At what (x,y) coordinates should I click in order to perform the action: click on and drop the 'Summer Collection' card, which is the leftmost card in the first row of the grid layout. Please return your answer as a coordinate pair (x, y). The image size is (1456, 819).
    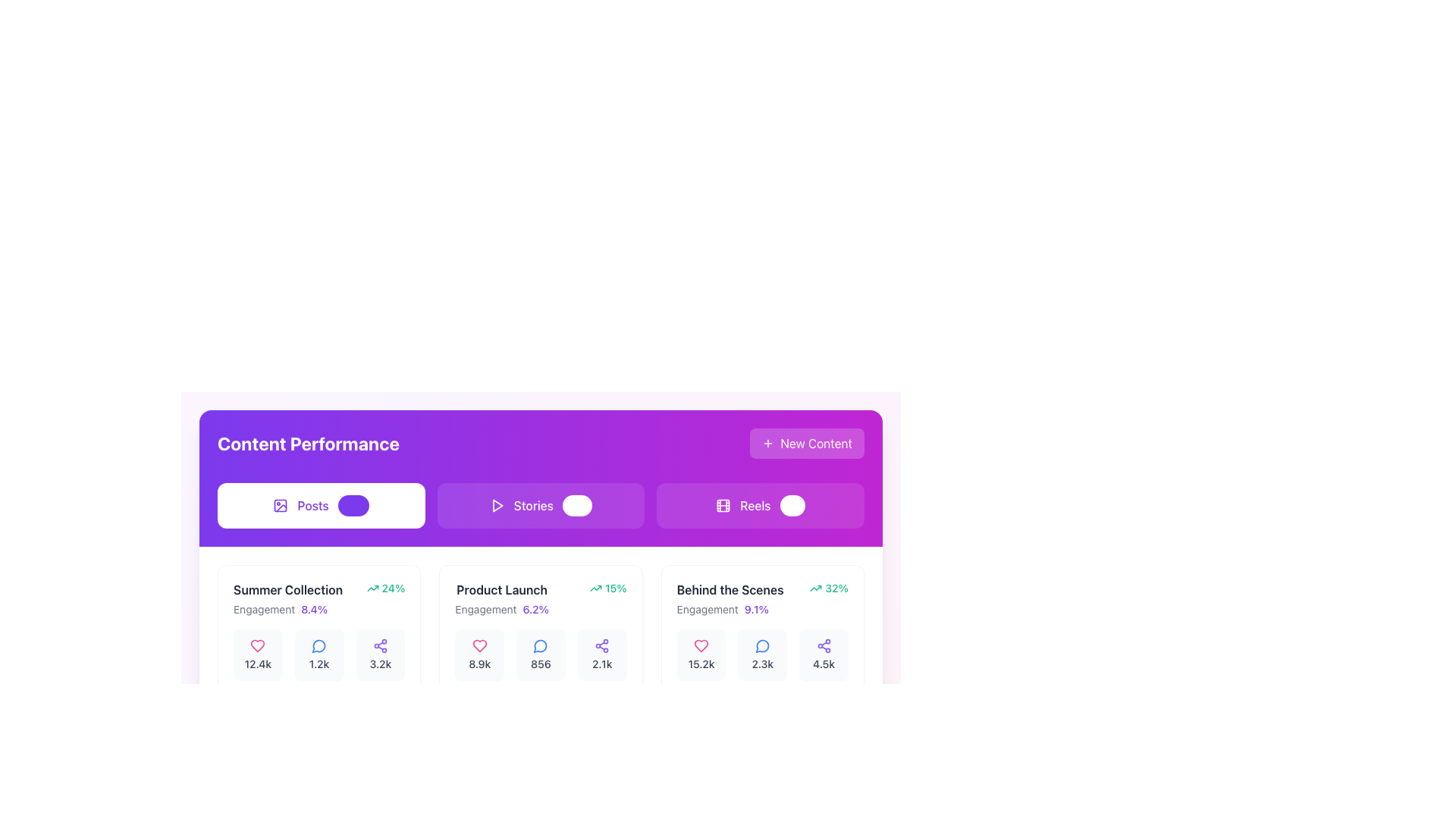
    Looking at the image, I should click on (318, 637).